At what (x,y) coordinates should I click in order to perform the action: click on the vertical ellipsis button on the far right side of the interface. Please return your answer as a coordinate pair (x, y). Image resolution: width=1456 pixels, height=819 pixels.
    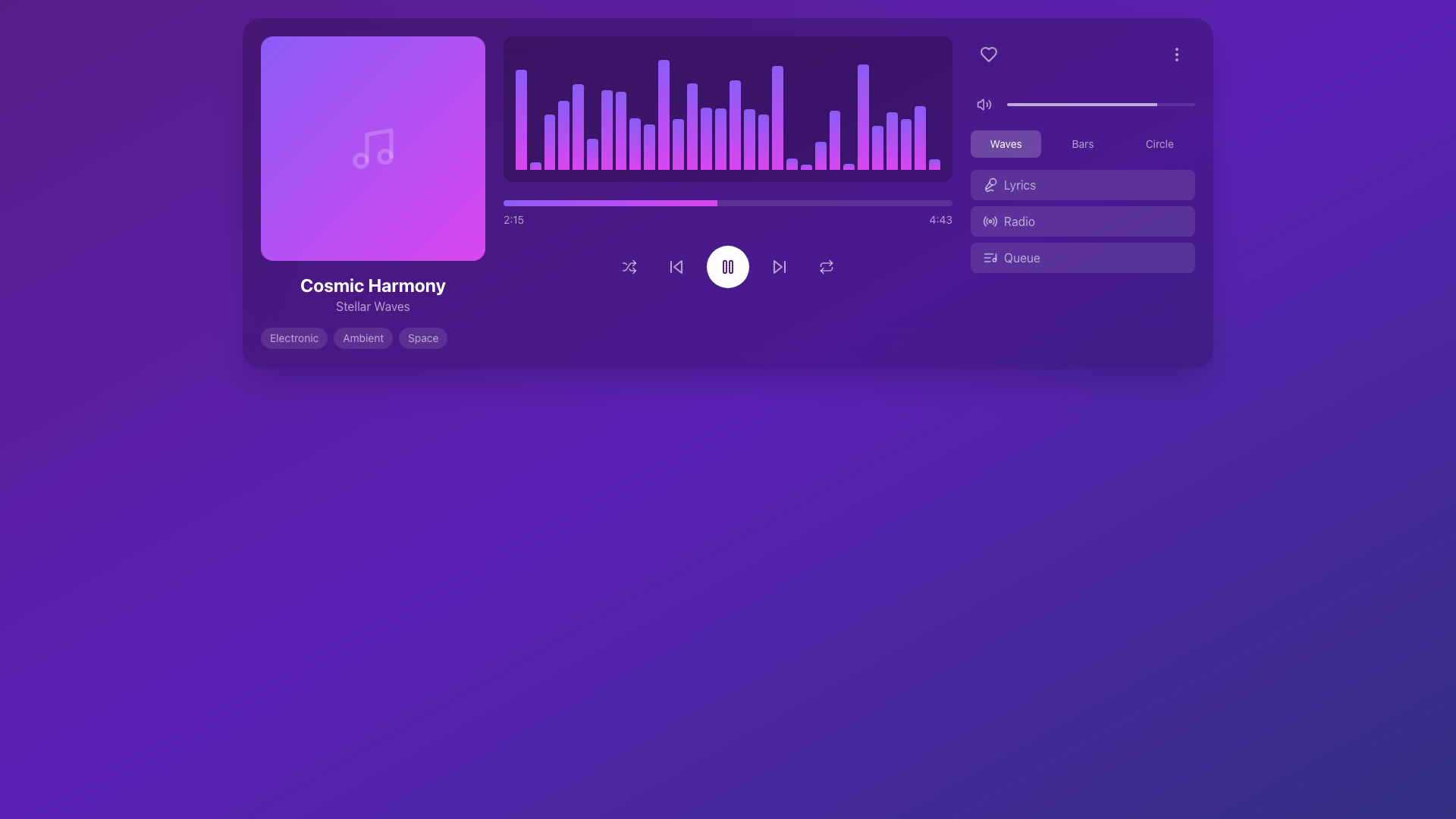
    Looking at the image, I should click on (1175, 54).